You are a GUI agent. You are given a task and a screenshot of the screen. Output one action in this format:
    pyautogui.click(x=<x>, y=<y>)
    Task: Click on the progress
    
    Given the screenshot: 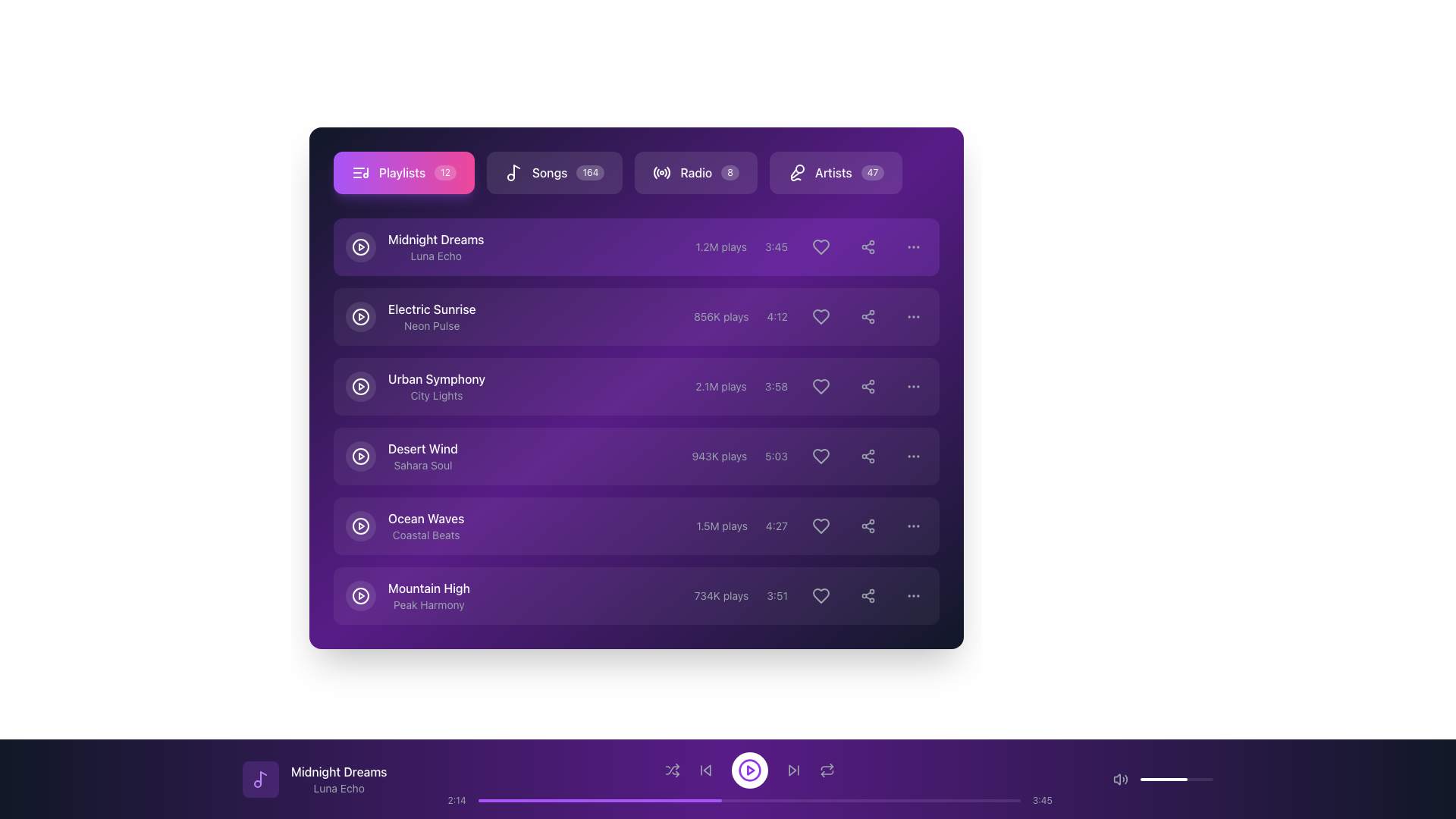 What is the action you would take?
    pyautogui.click(x=667, y=800)
    